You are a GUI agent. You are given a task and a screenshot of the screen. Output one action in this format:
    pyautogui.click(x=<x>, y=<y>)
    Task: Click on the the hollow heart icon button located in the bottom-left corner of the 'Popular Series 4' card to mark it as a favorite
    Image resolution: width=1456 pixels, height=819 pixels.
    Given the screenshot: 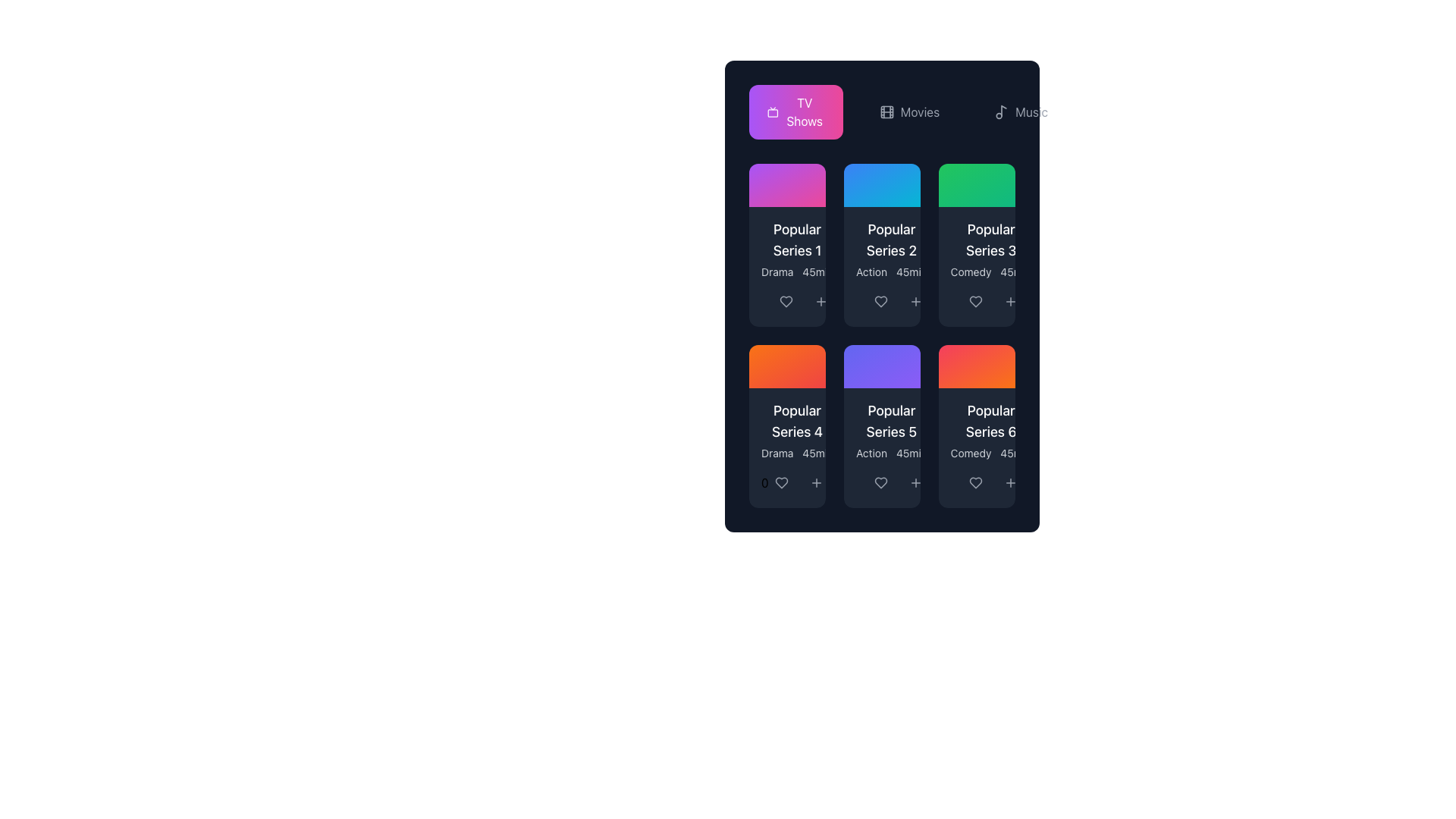 What is the action you would take?
    pyautogui.click(x=781, y=482)
    